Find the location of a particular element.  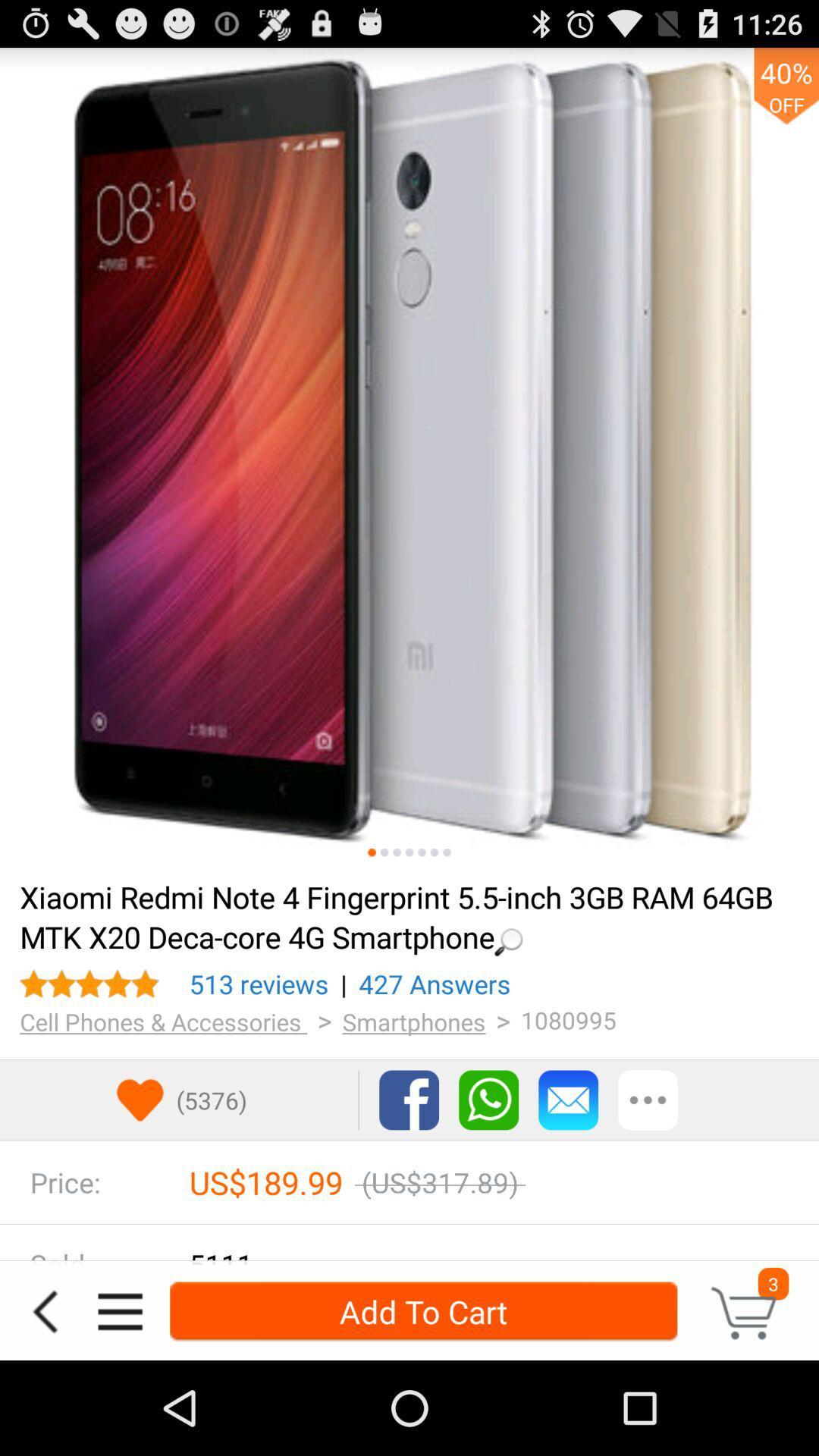

icon to the left of 1080995 is located at coordinates (435, 984).